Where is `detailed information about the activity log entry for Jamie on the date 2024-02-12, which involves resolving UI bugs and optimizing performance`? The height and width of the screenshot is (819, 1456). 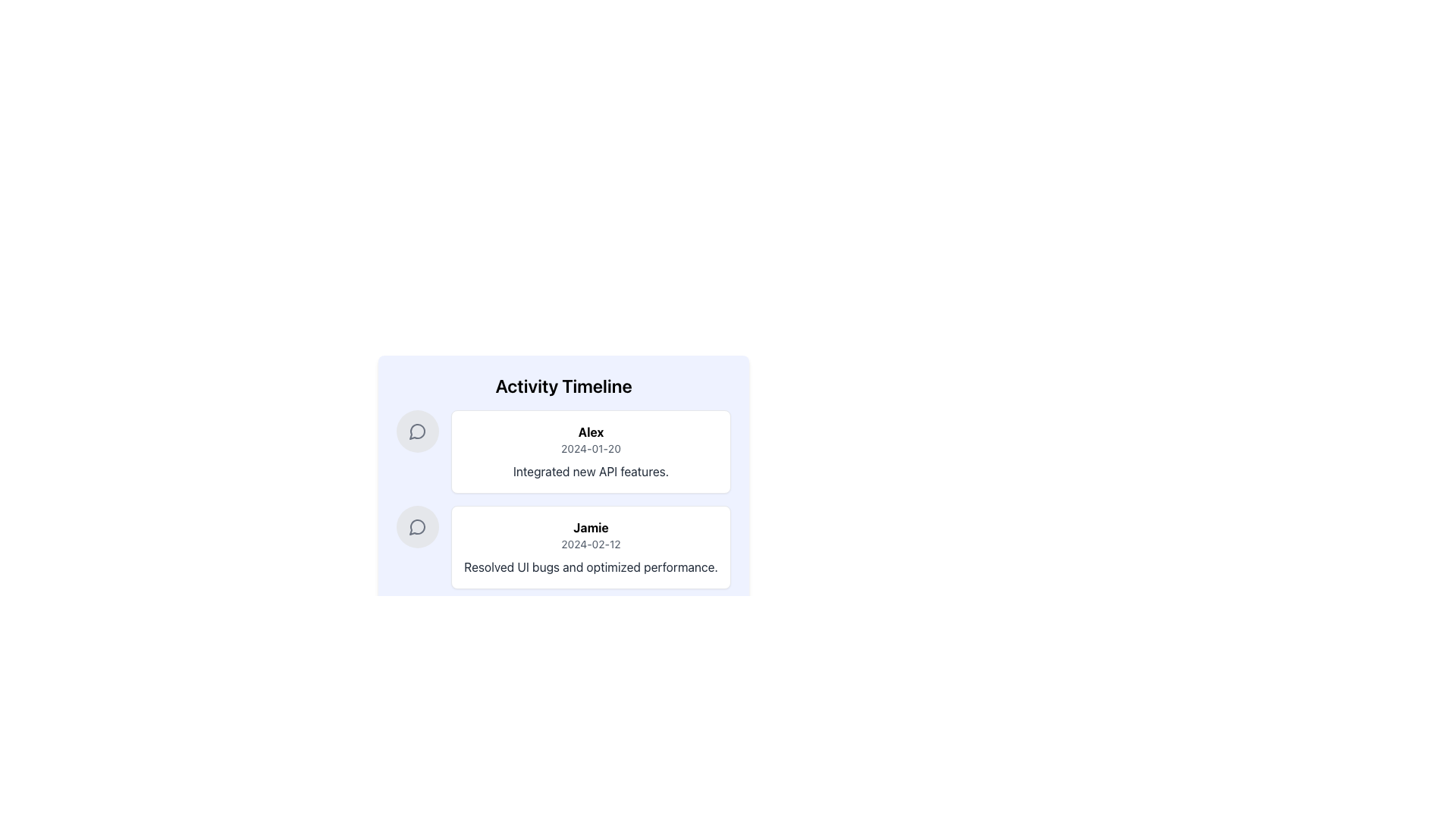 detailed information about the activity log entry for Jamie on the date 2024-02-12, which involves resolving UI bugs and optimizing performance is located at coordinates (563, 547).